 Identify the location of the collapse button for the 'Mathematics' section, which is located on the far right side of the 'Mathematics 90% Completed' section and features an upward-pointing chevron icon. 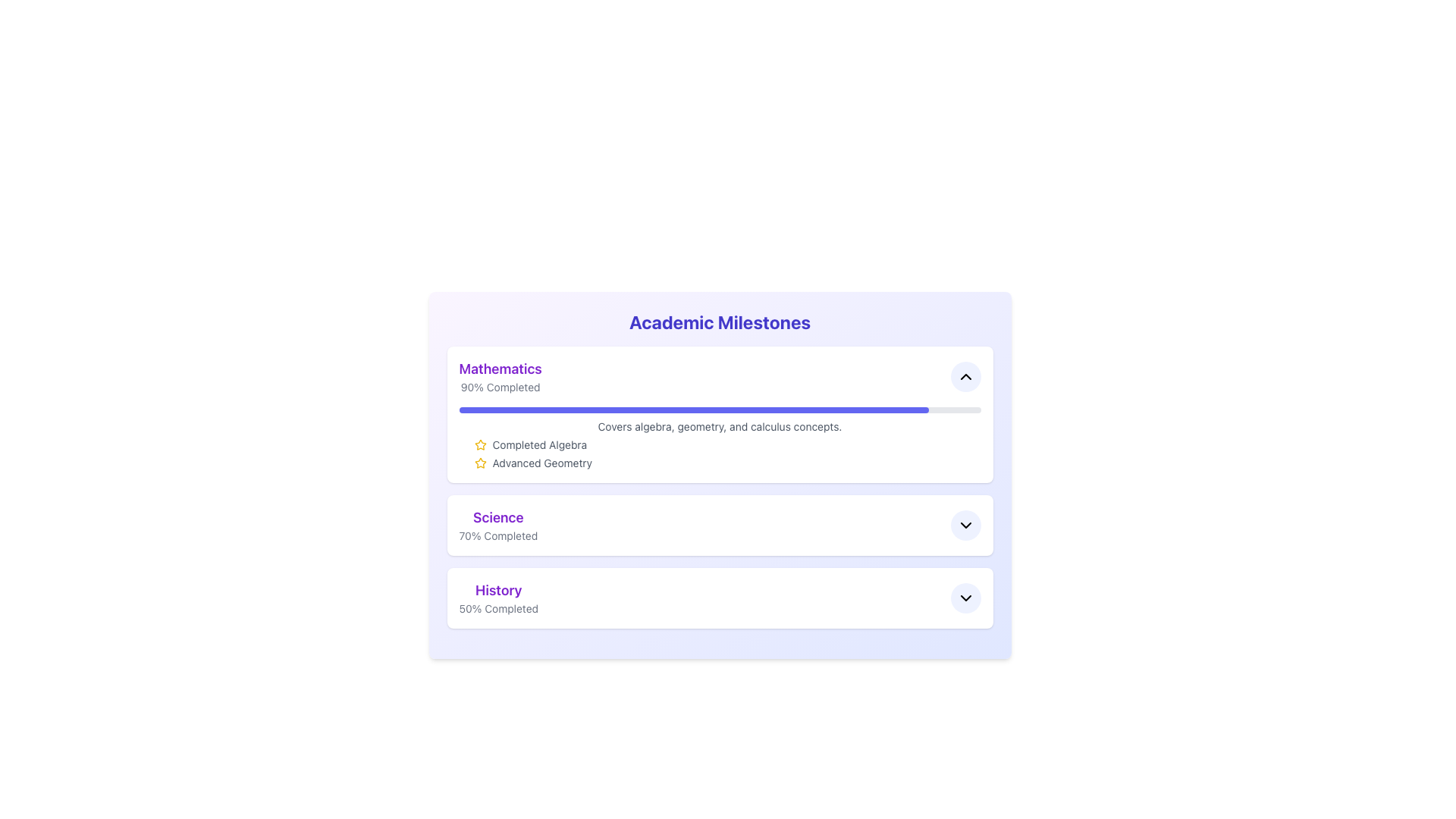
(965, 376).